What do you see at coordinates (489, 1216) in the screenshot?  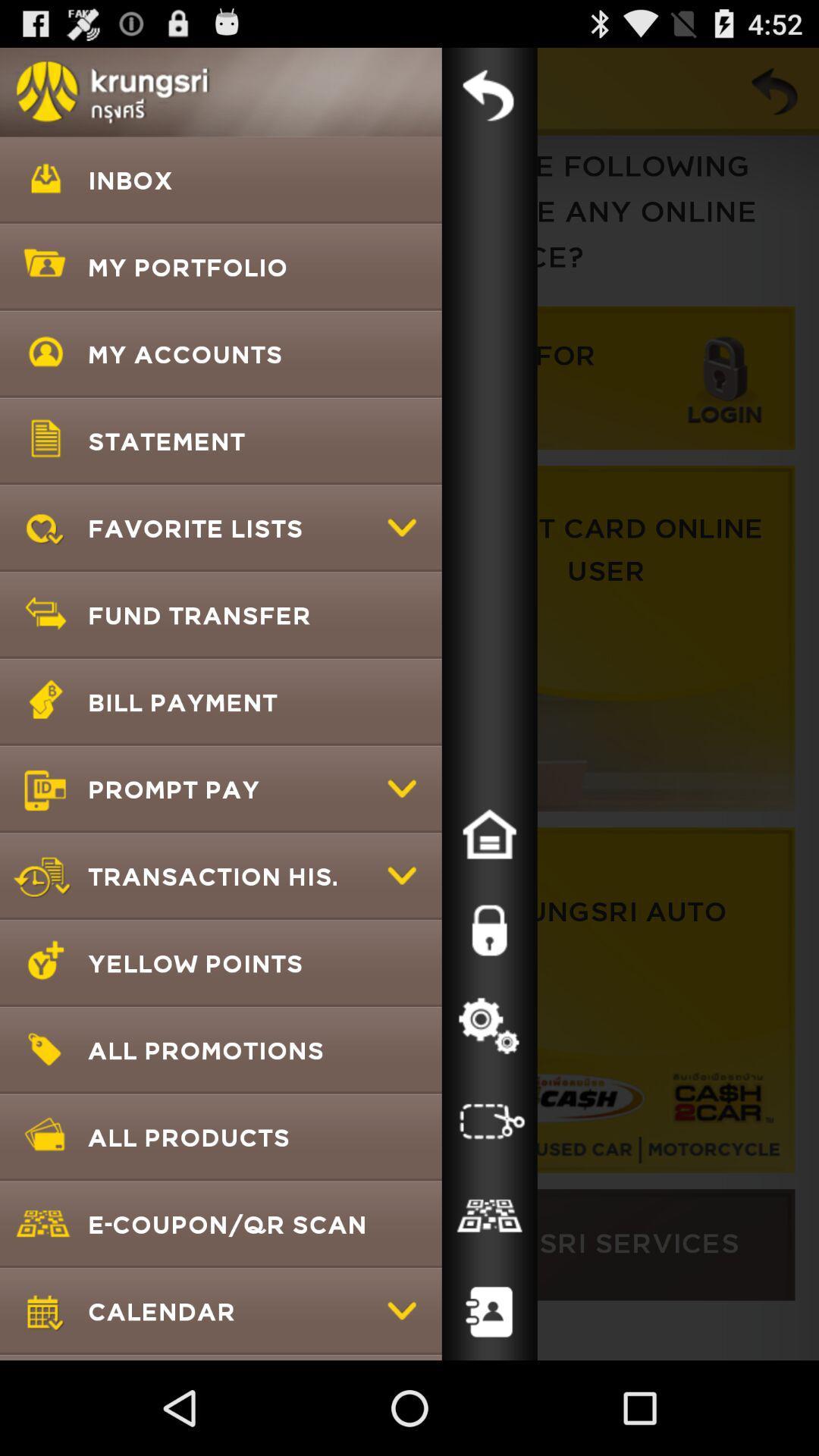 I see `qr scan` at bounding box center [489, 1216].